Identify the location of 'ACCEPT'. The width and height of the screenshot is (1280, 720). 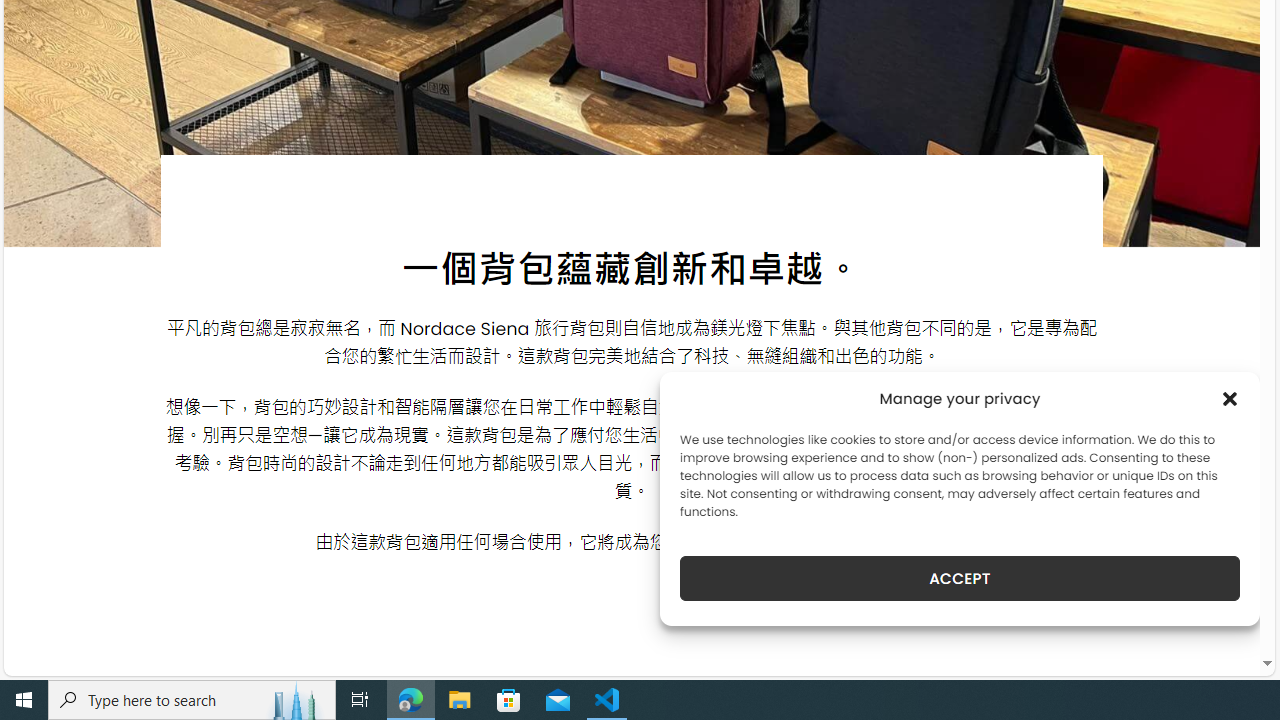
(960, 578).